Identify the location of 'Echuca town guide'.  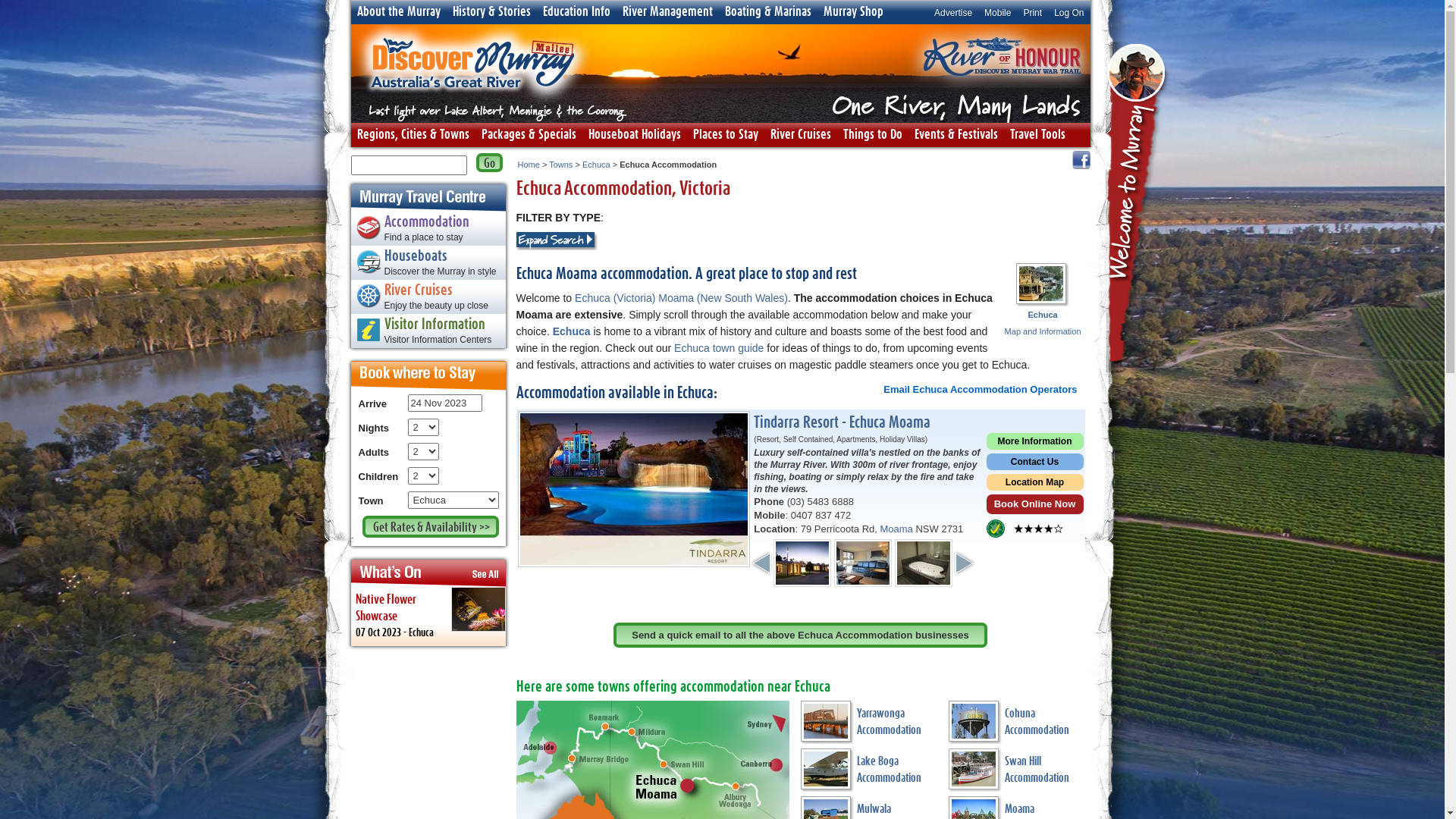
(718, 348).